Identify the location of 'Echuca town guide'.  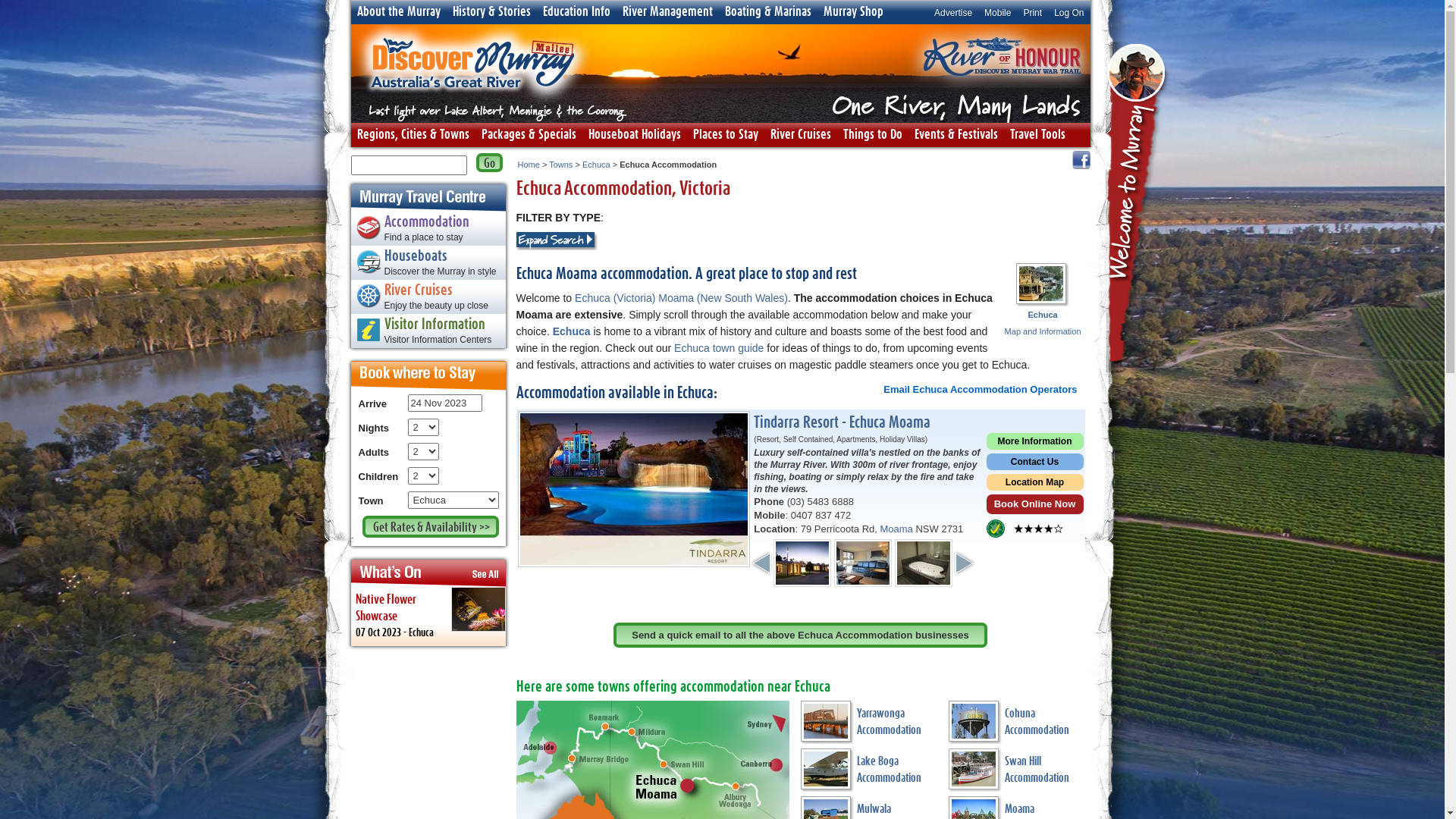
(718, 348).